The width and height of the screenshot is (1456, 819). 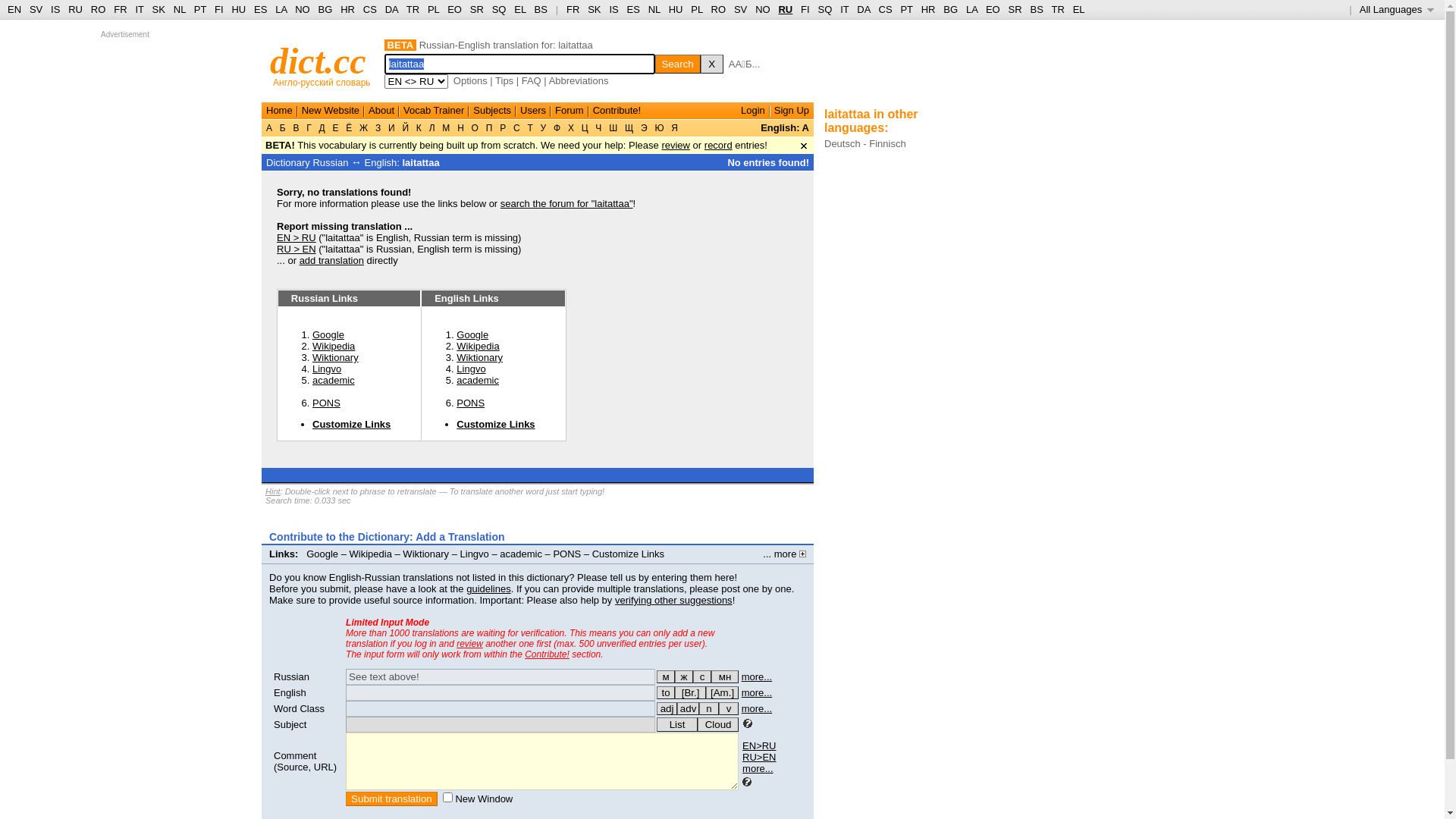 I want to click on '[Am.]', so click(x=721, y=692).